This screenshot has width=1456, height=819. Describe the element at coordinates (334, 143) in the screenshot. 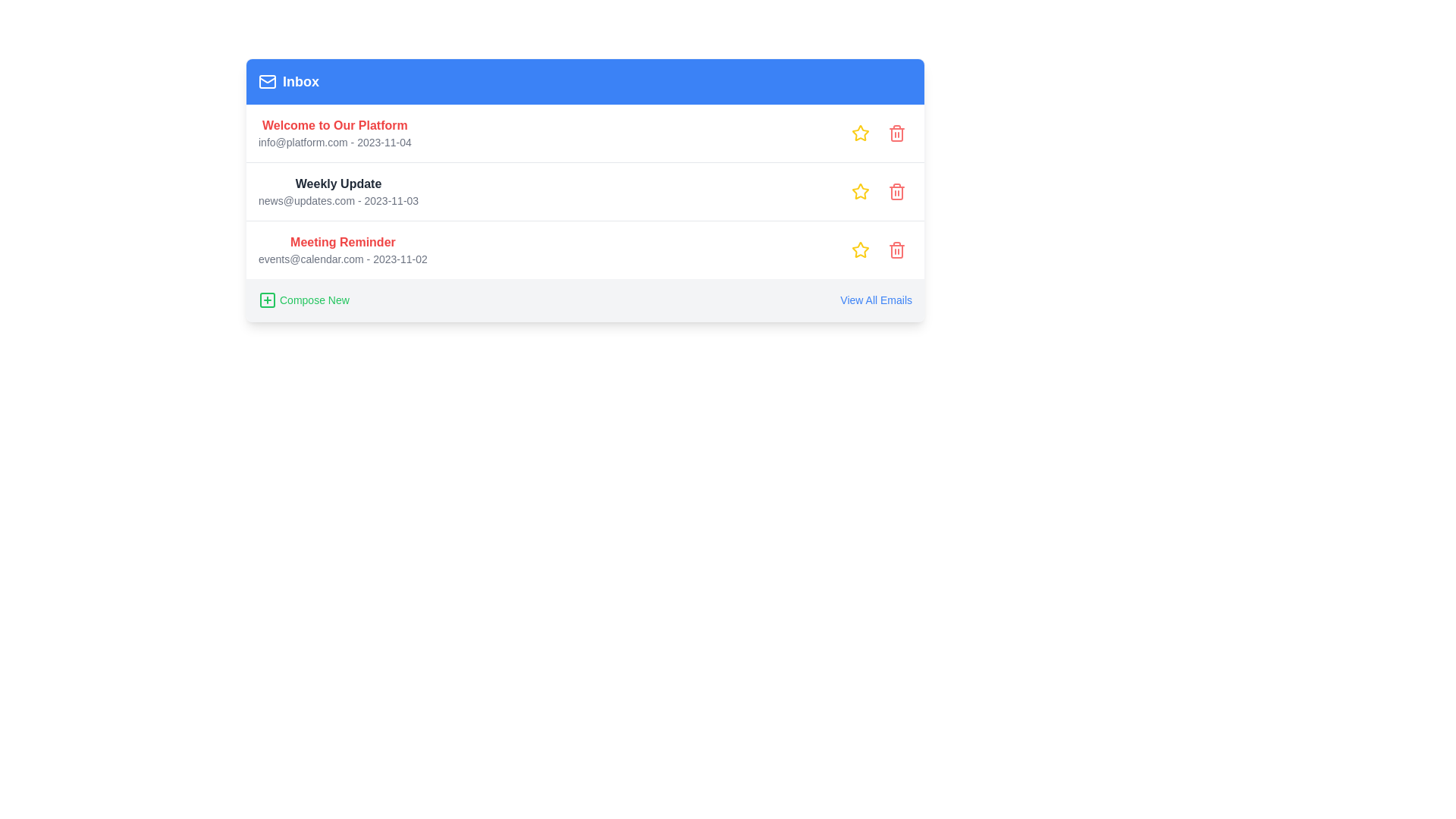

I see `informational text displaying an email address and a date, which is located below the heading 'Welcome to Our Platform'` at that location.